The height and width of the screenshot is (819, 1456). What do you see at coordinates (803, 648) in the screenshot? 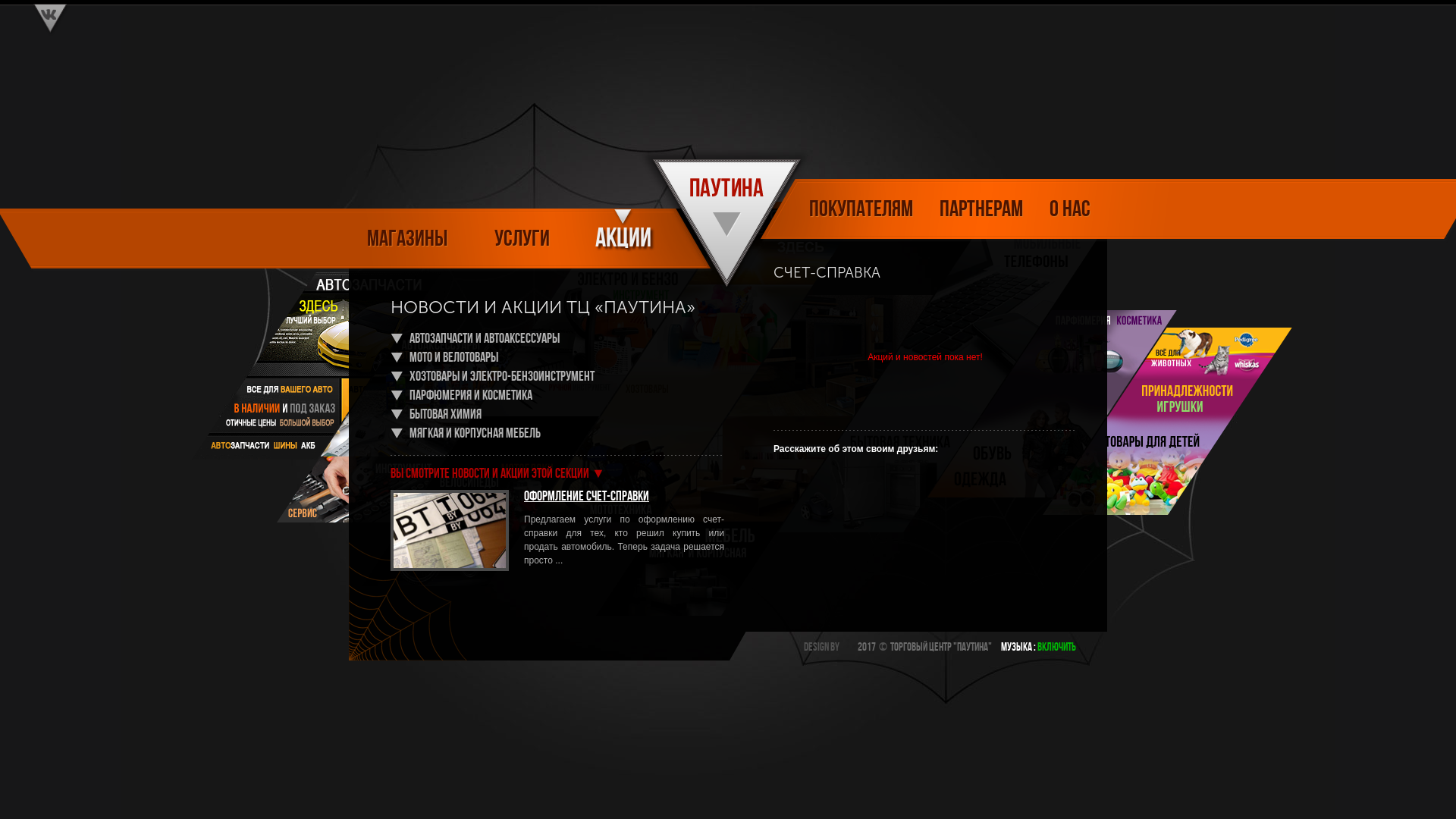
I see `'Design by'` at bounding box center [803, 648].